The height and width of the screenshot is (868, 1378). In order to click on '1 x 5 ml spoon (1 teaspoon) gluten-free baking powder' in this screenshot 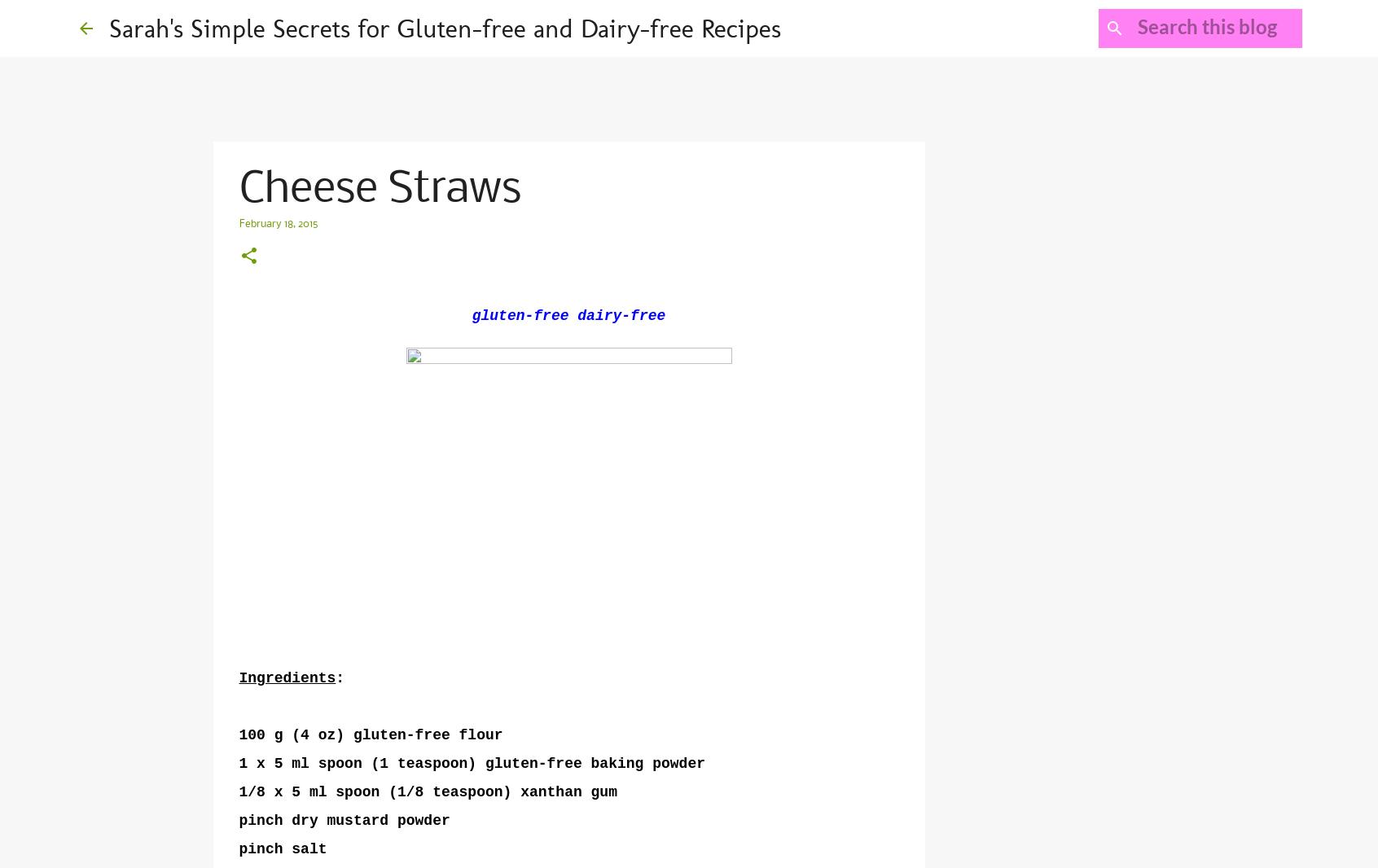, I will do `click(471, 763)`.